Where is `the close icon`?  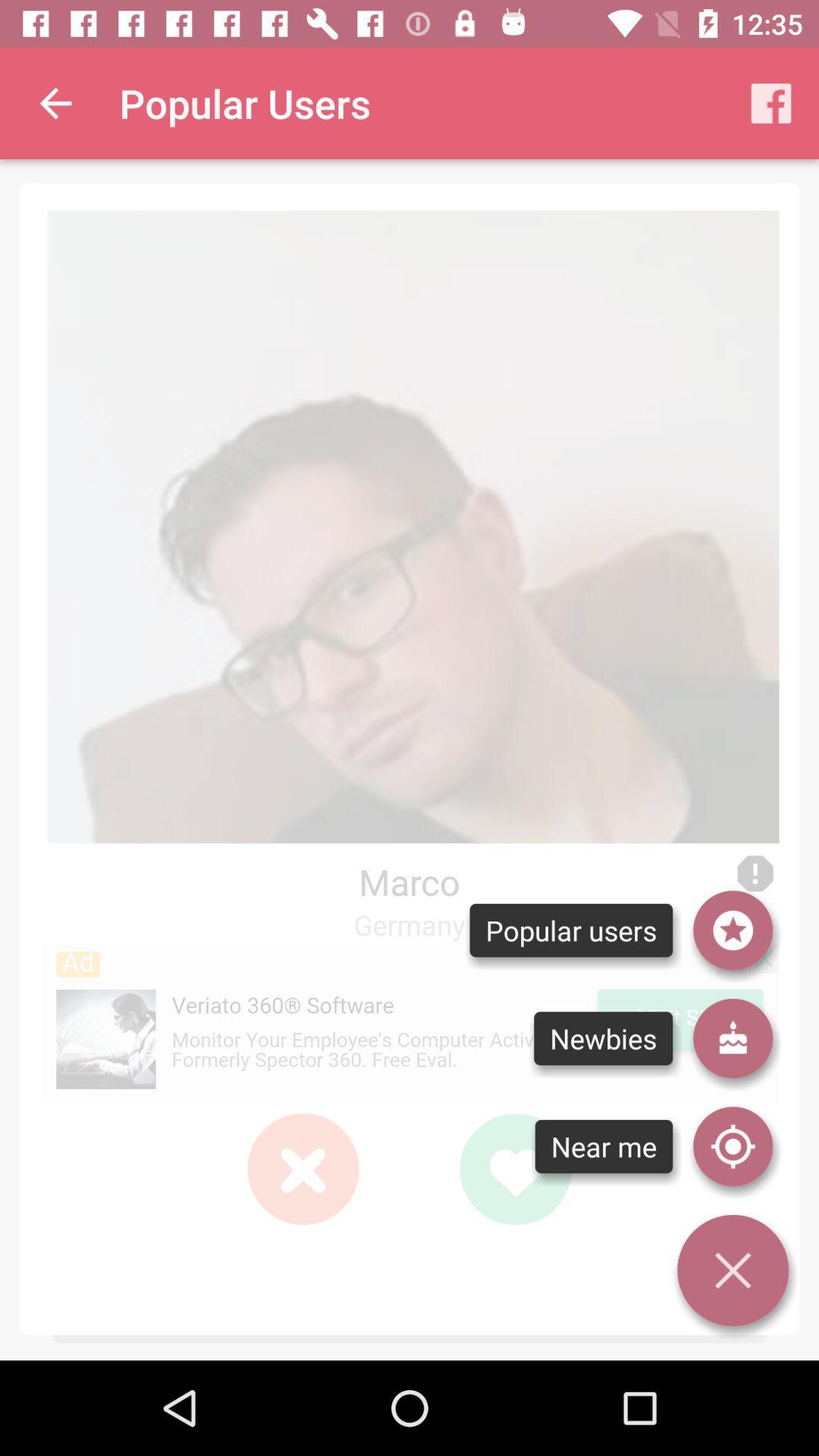 the close icon is located at coordinates (732, 1270).